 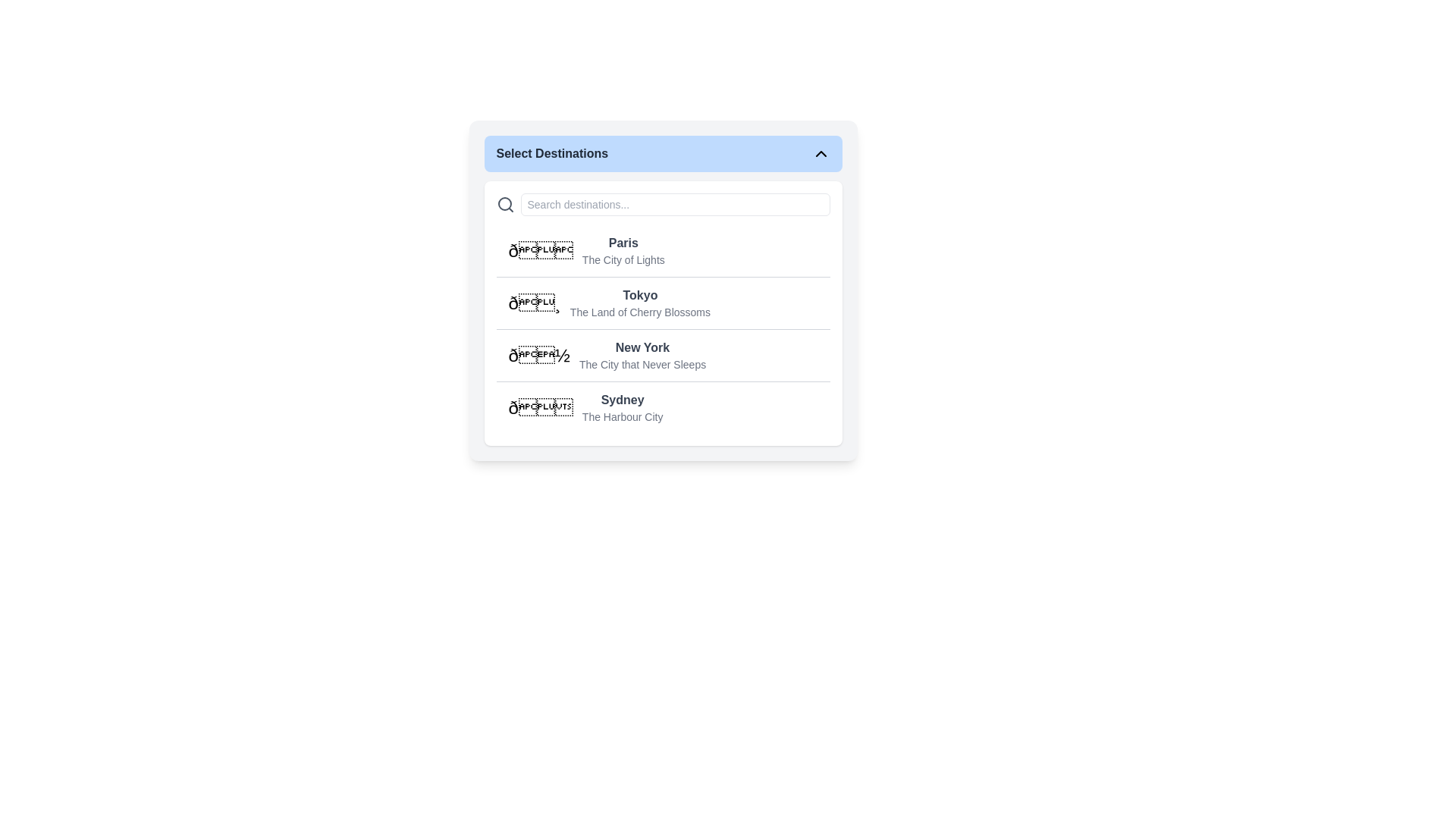 What do you see at coordinates (623, 406) in the screenshot?
I see `the text label 'Sydney' with the subtitle 'The Harbour City' at the bottom of the list in the 'Select Destinations' modal` at bounding box center [623, 406].